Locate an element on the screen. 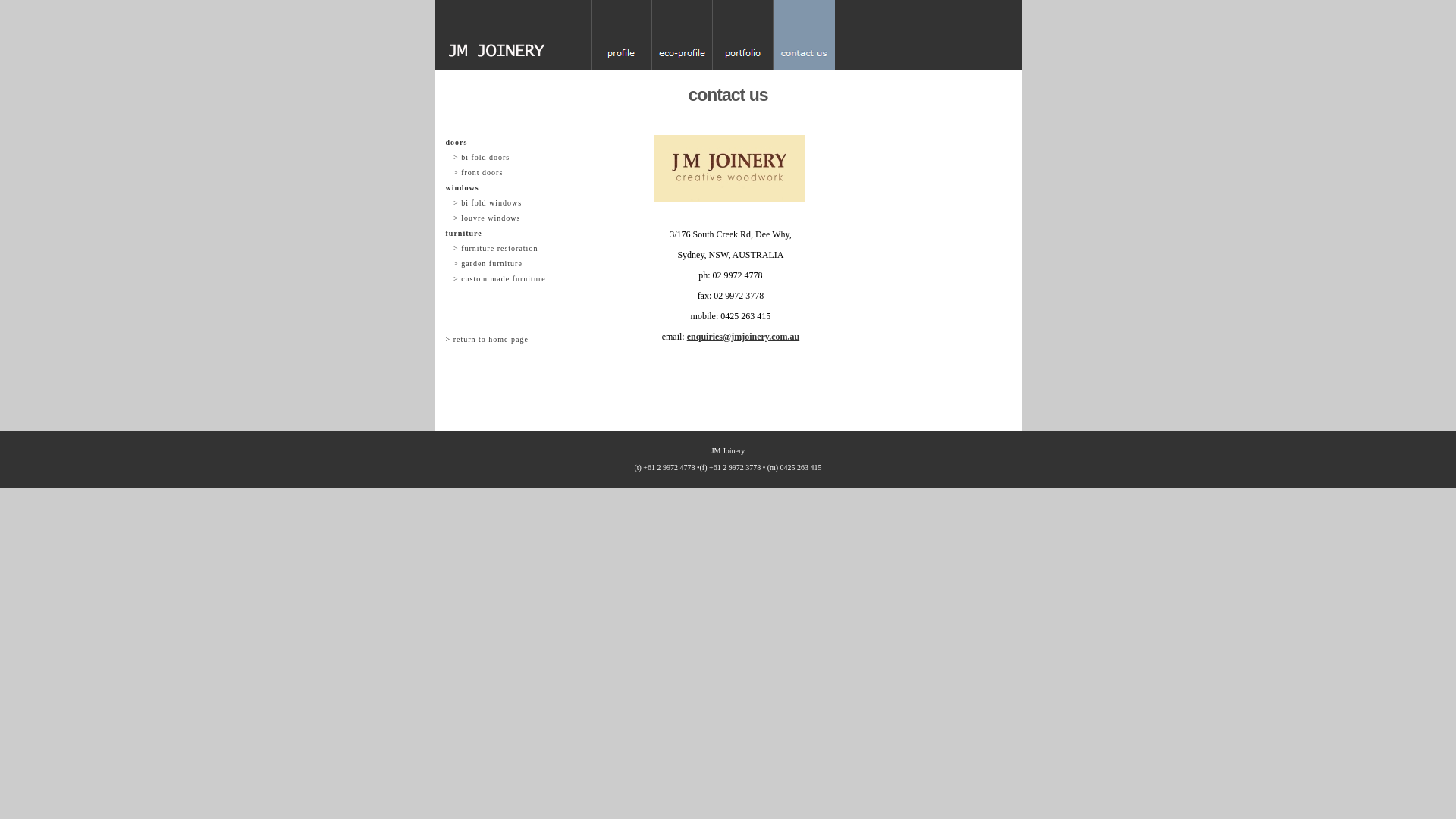 This screenshot has height=819, width=1456. 'furniture' is located at coordinates (506, 234).